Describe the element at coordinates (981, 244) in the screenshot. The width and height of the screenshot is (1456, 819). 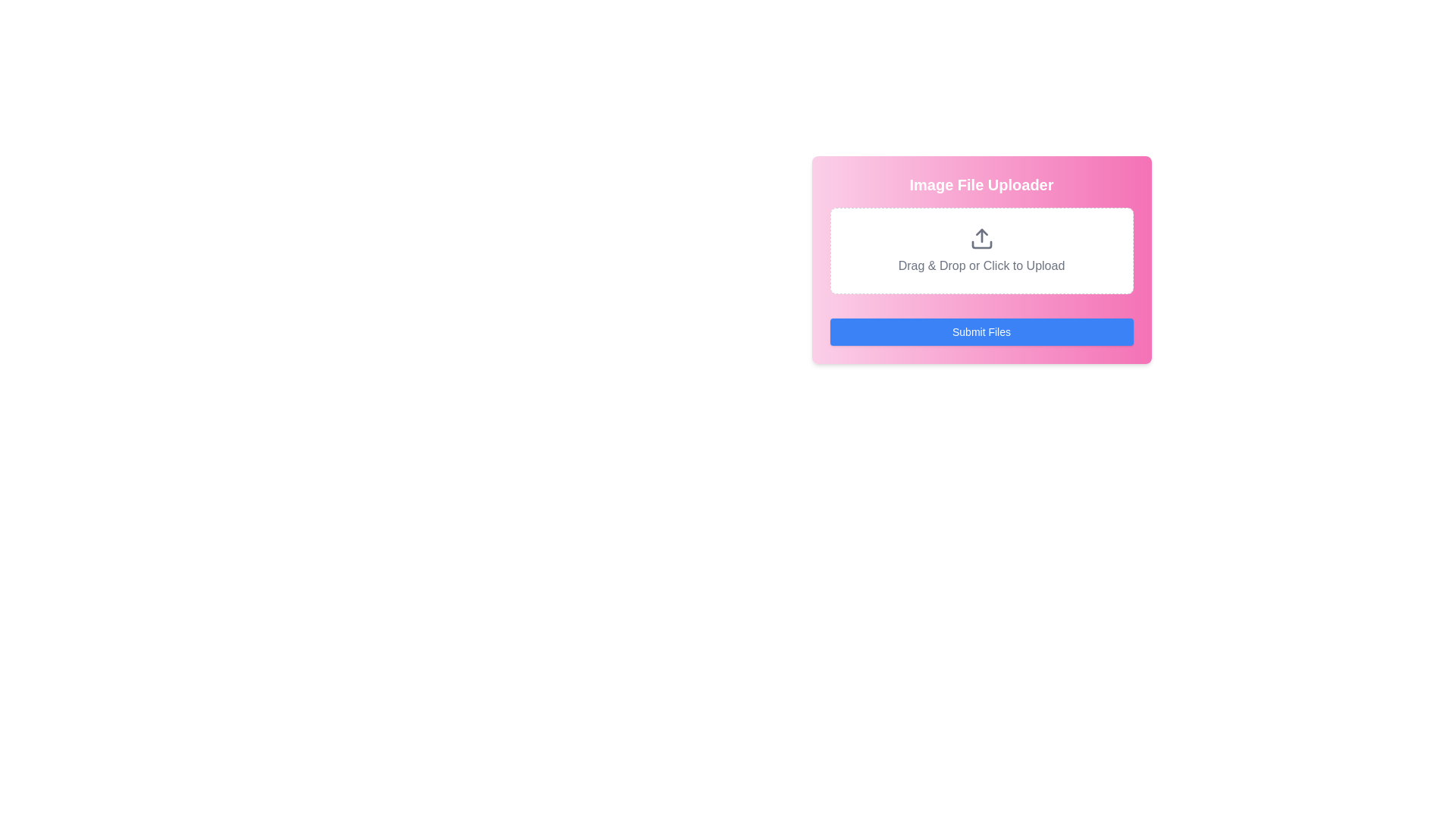
I see `the upload icon element within the SVG, which visually indicates where files should be dragged or clicked for upload, located above the label 'Drag & Drop or Click to Upload'` at that location.